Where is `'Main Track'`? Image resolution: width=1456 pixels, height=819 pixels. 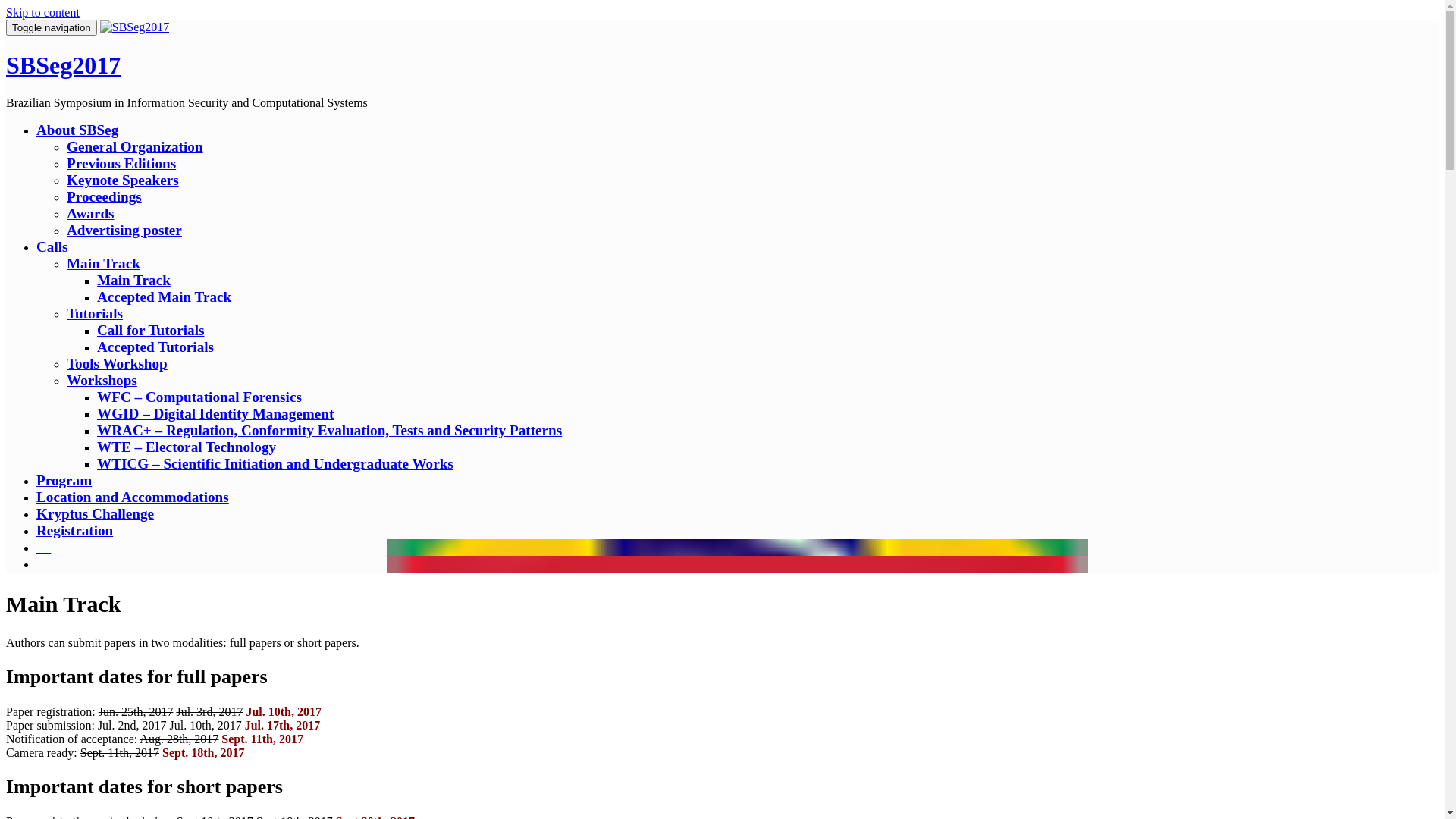 'Main Track' is located at coordinates (133, 280).